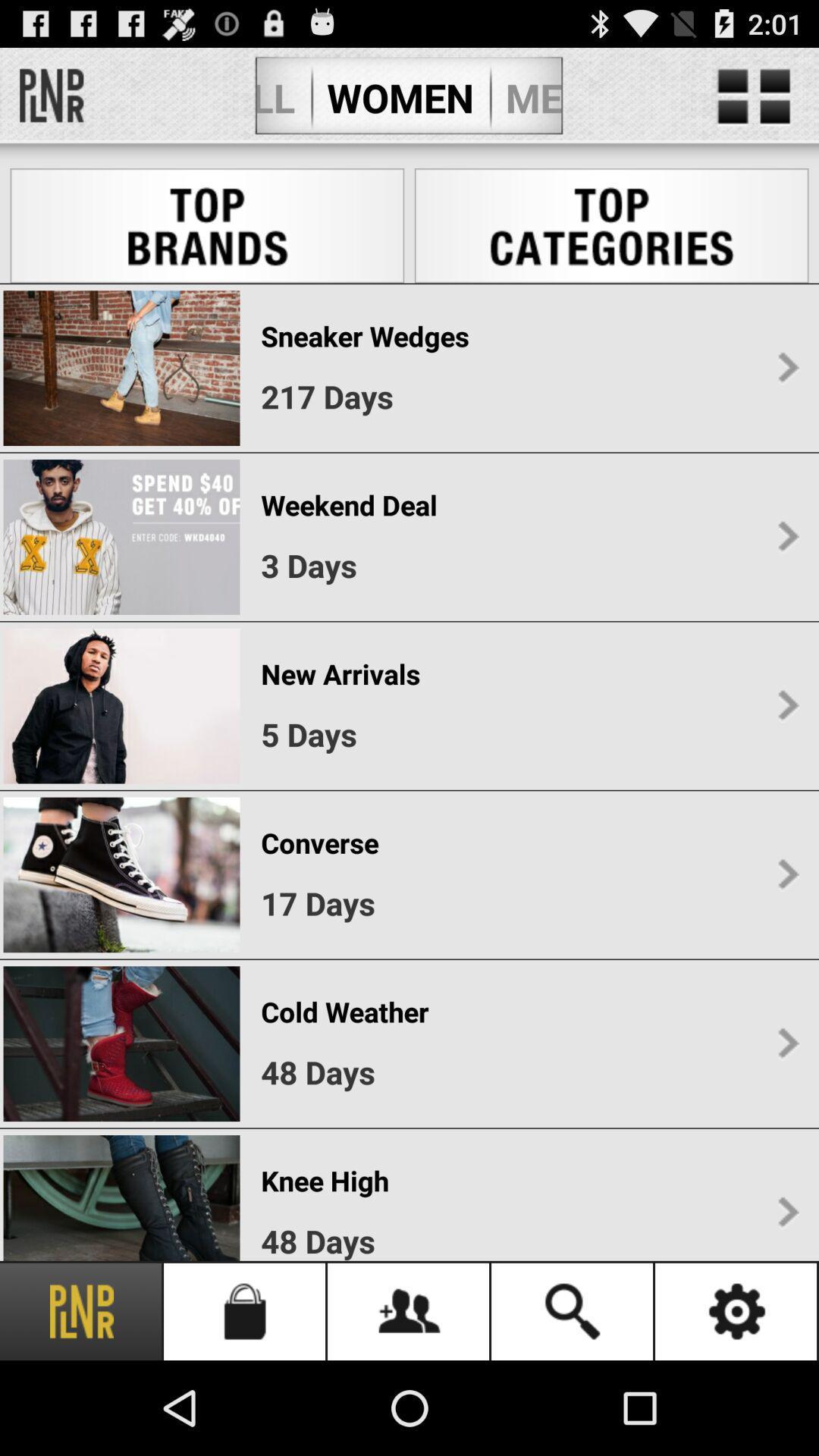 The image size is (819, 1456). I want to click on the second arrow button in the page, so click(787, 537).